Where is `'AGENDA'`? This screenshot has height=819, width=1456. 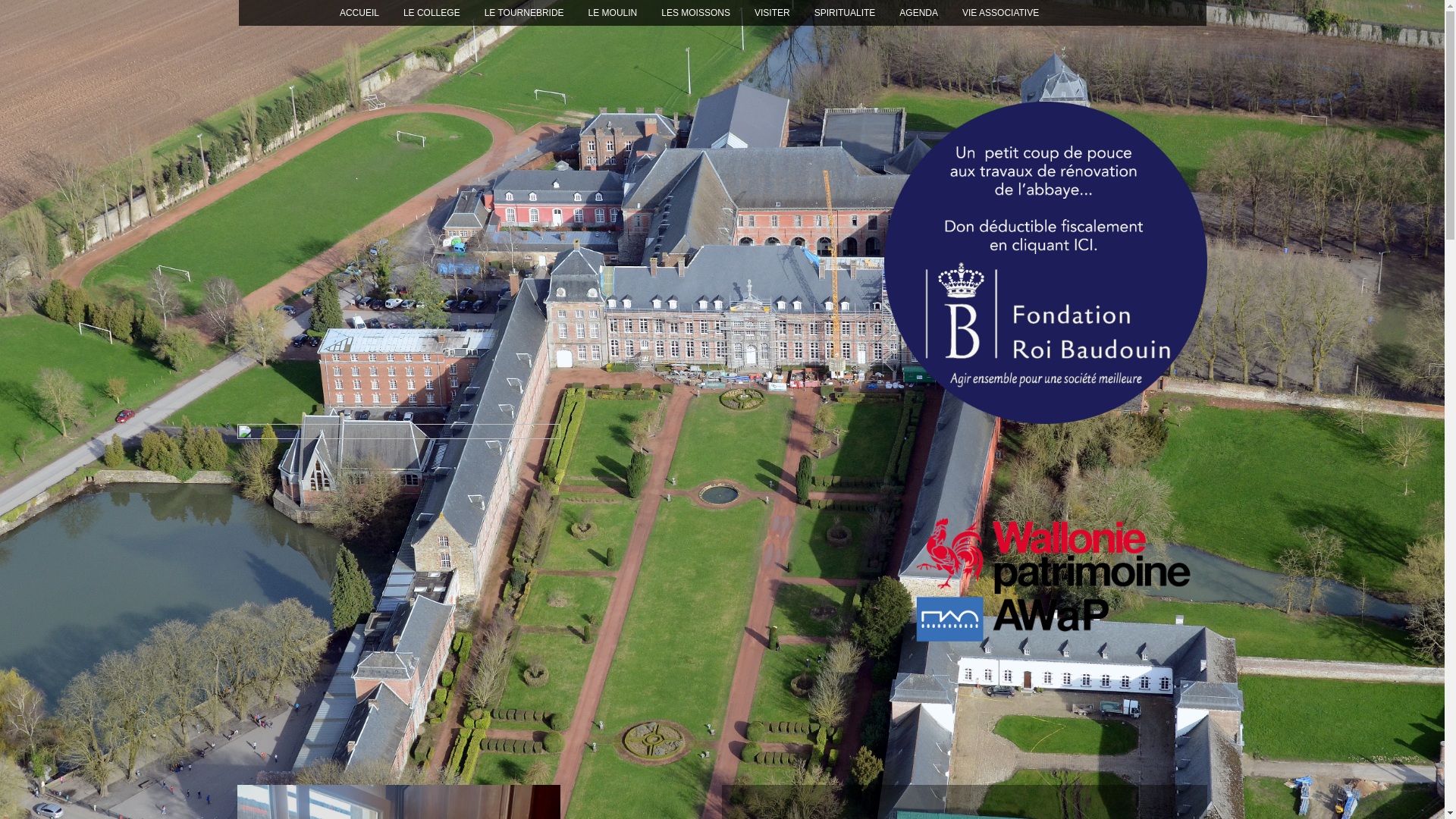
'AGENDA' is located at coordinates (918, 12).